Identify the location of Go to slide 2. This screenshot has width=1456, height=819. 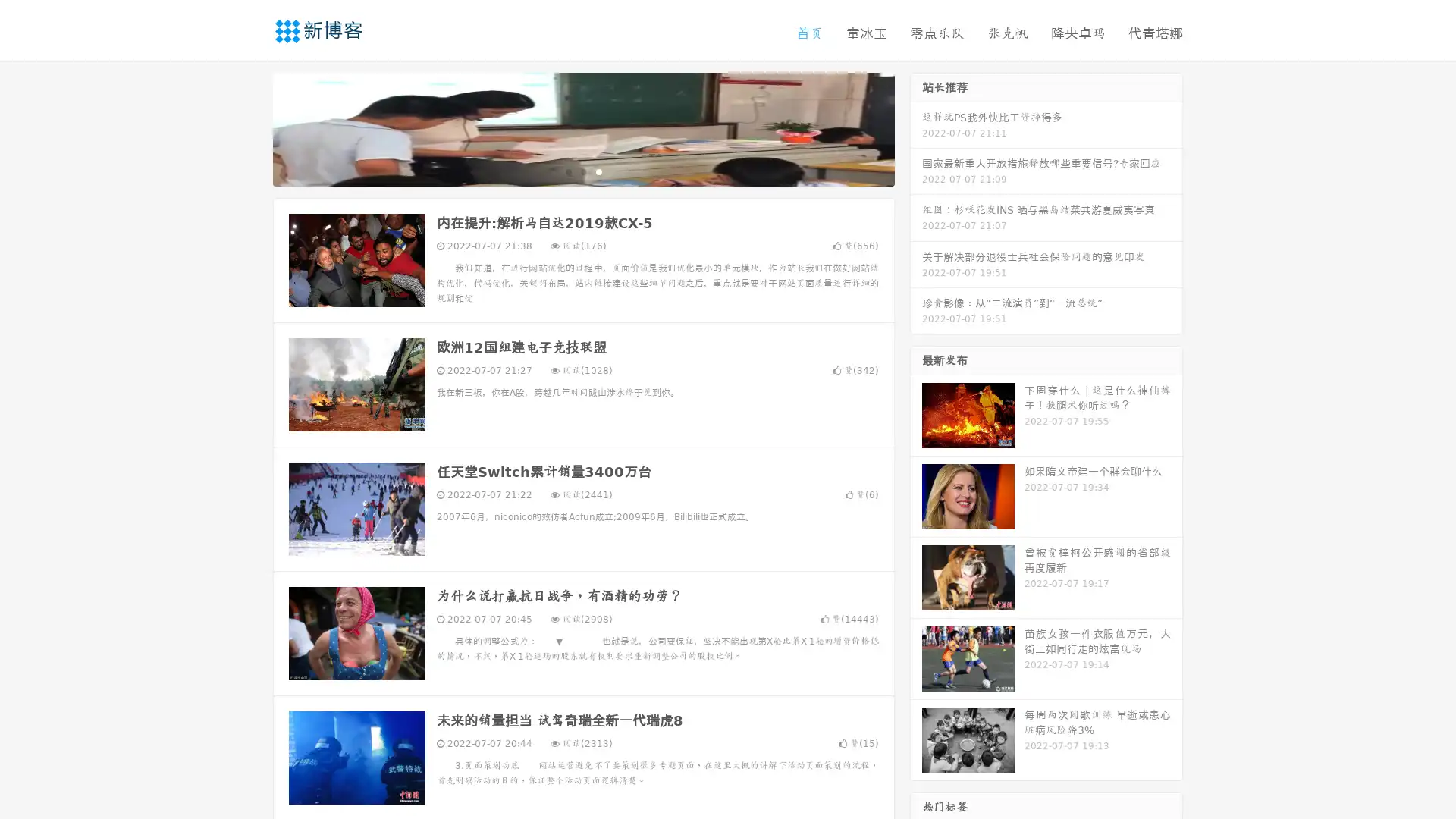
(582, 171).